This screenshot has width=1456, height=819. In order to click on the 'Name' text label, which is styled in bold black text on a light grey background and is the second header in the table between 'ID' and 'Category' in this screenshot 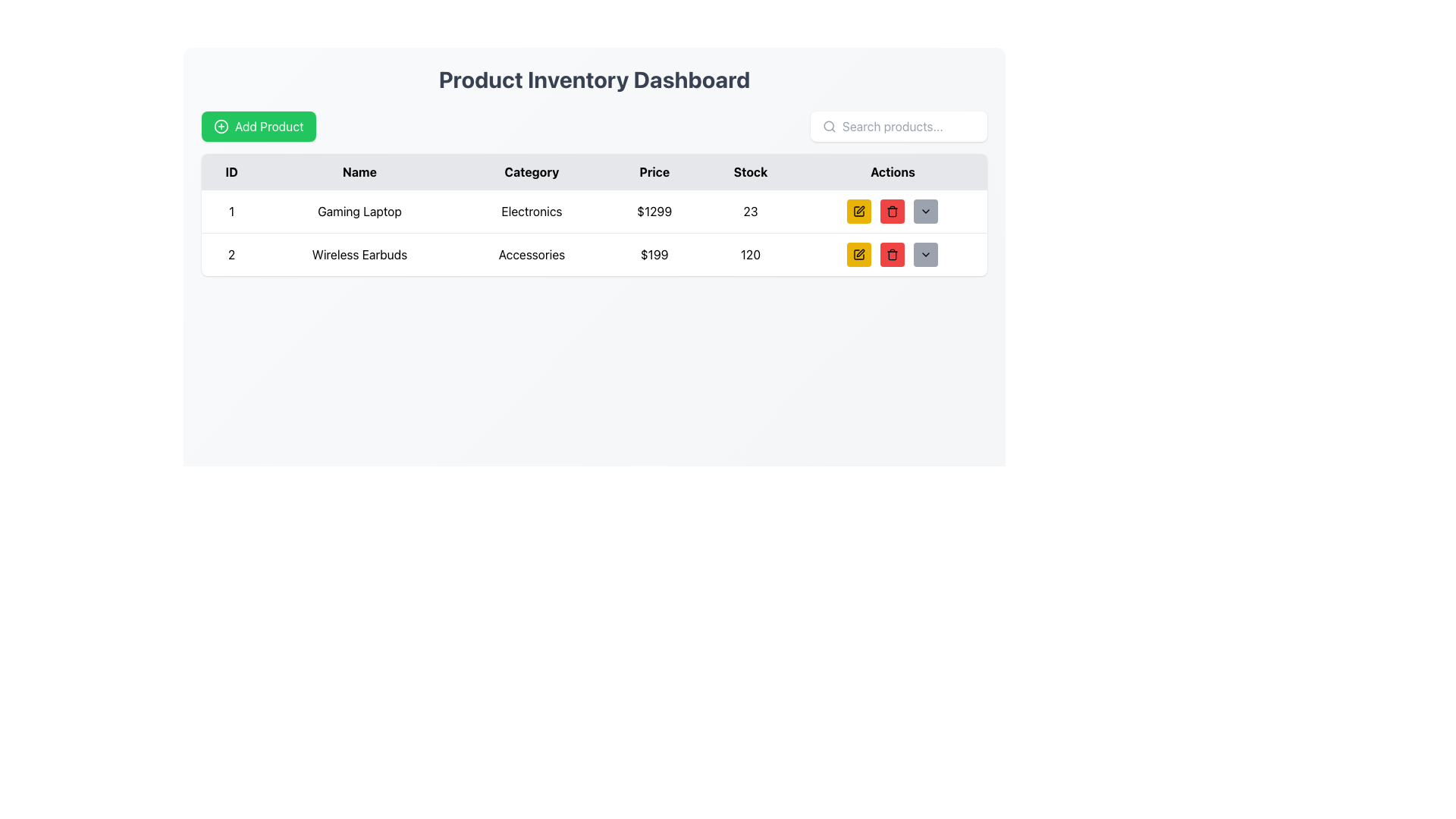, I will do `click(359, 171)`.